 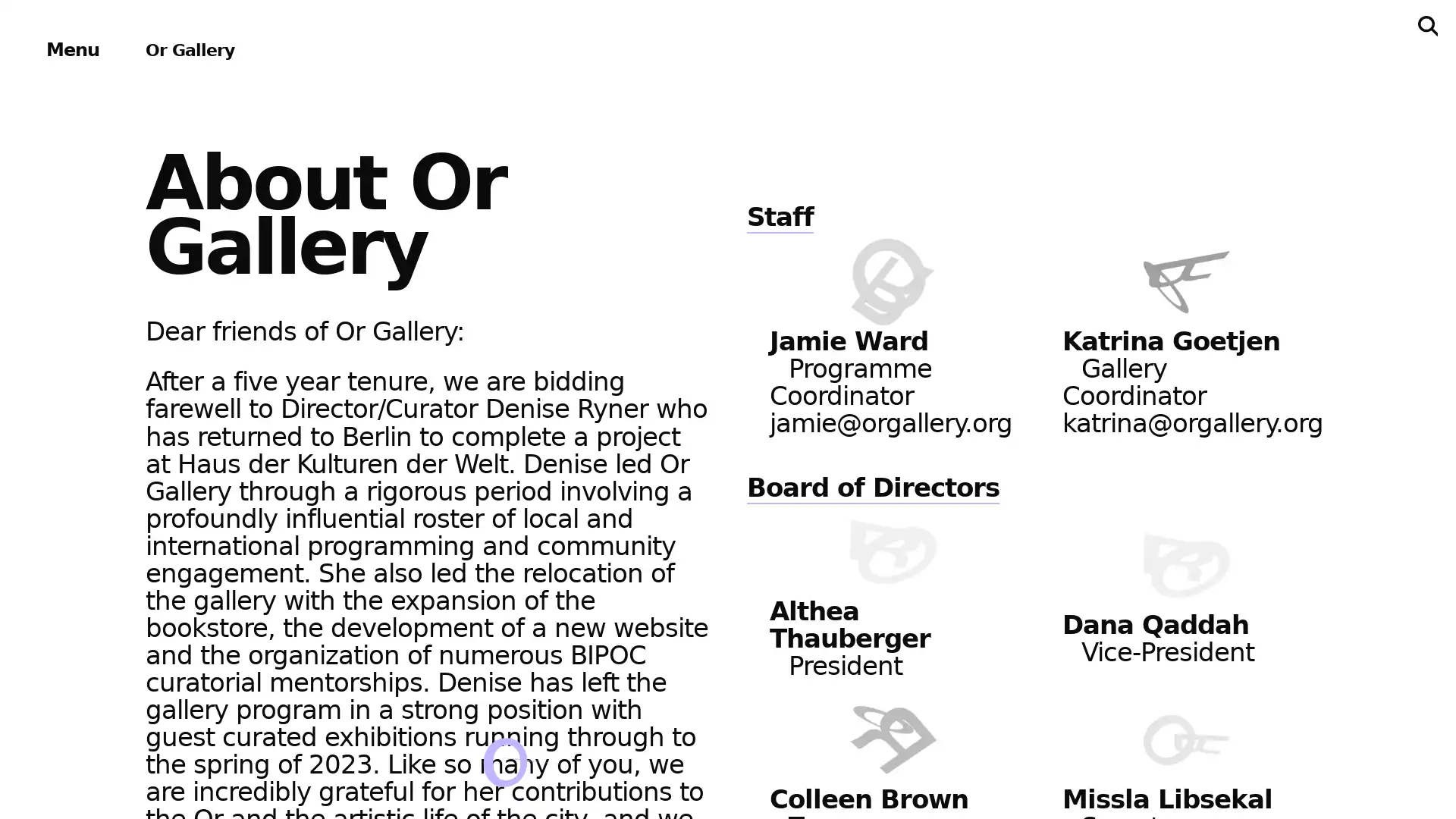 I want to click on Exhibitions & Projects, so click(x=329, y=149).